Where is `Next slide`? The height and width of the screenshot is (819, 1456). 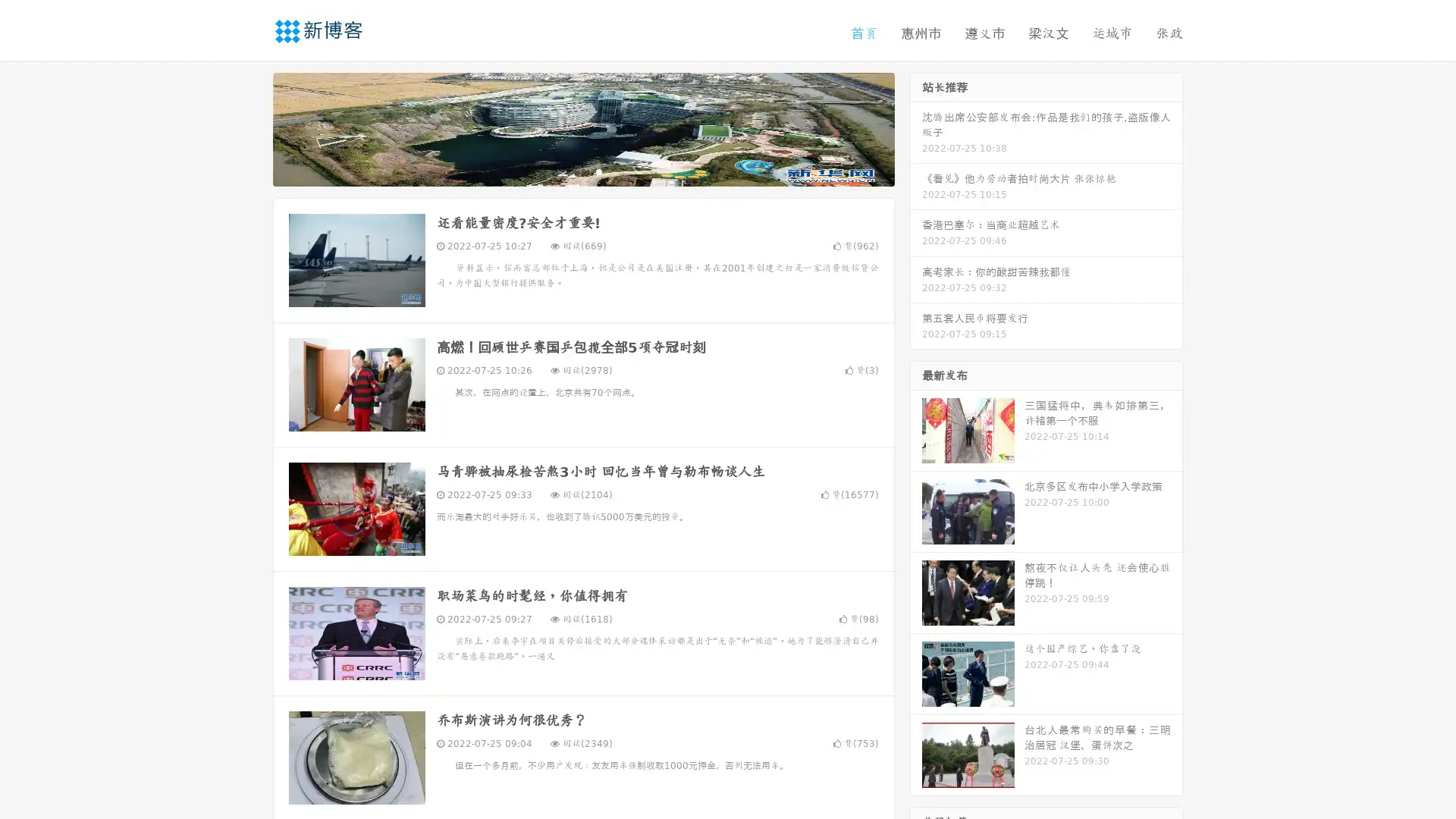 Next slide is located at coordinates (916, 127).